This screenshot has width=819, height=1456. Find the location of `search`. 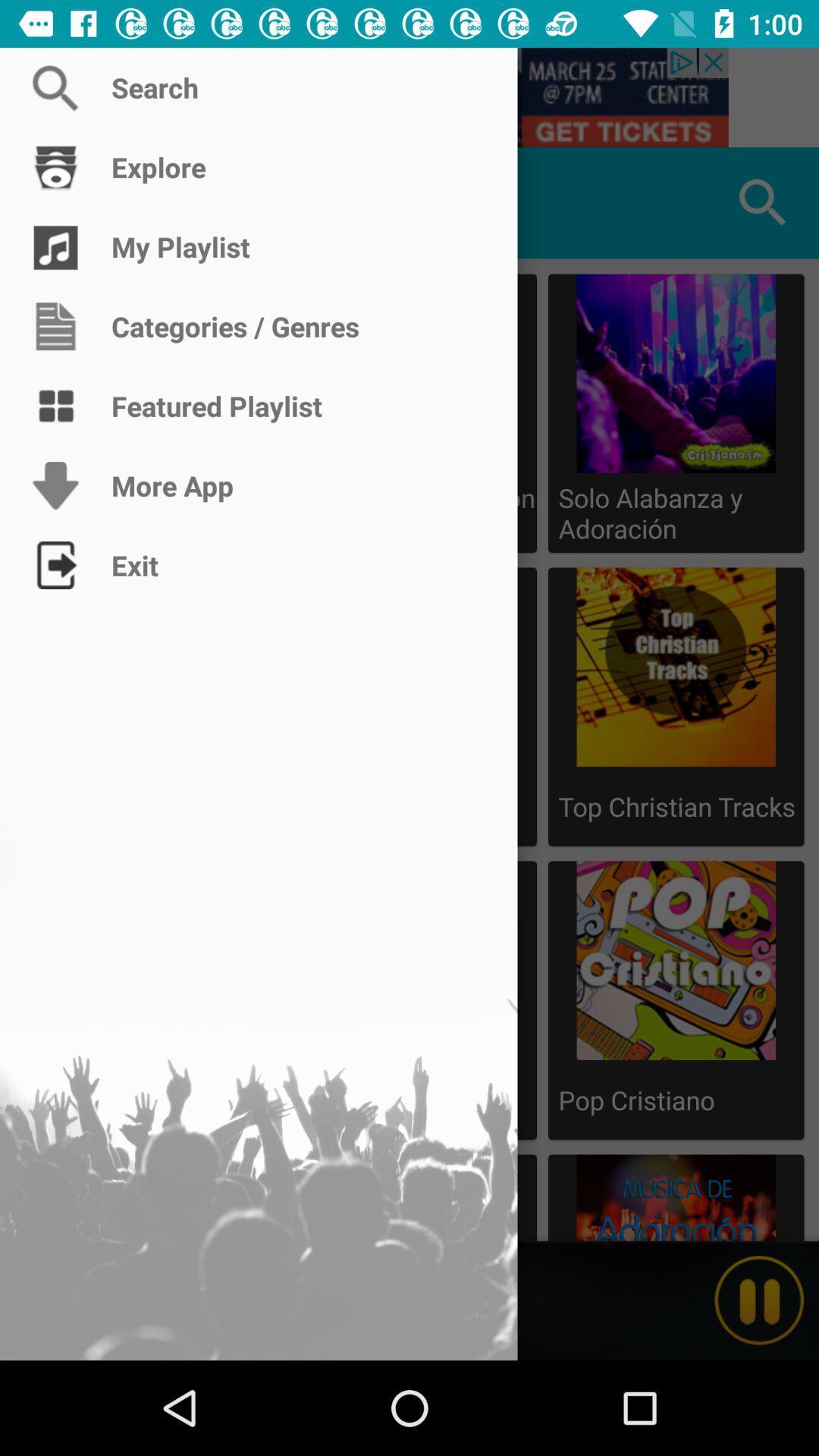

search is located at coordinates (409, 96).